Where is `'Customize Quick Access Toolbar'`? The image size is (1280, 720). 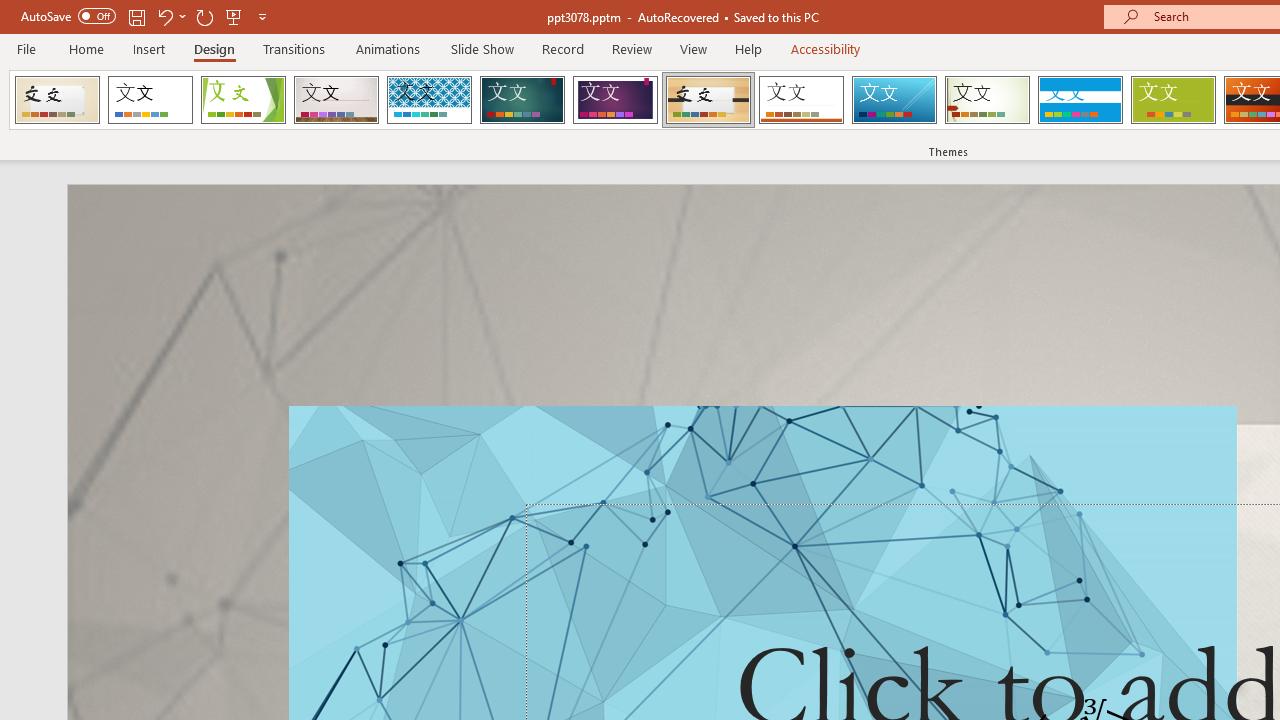 'Customize Quick Access Toolbar' is located at coordinates (262, 16).